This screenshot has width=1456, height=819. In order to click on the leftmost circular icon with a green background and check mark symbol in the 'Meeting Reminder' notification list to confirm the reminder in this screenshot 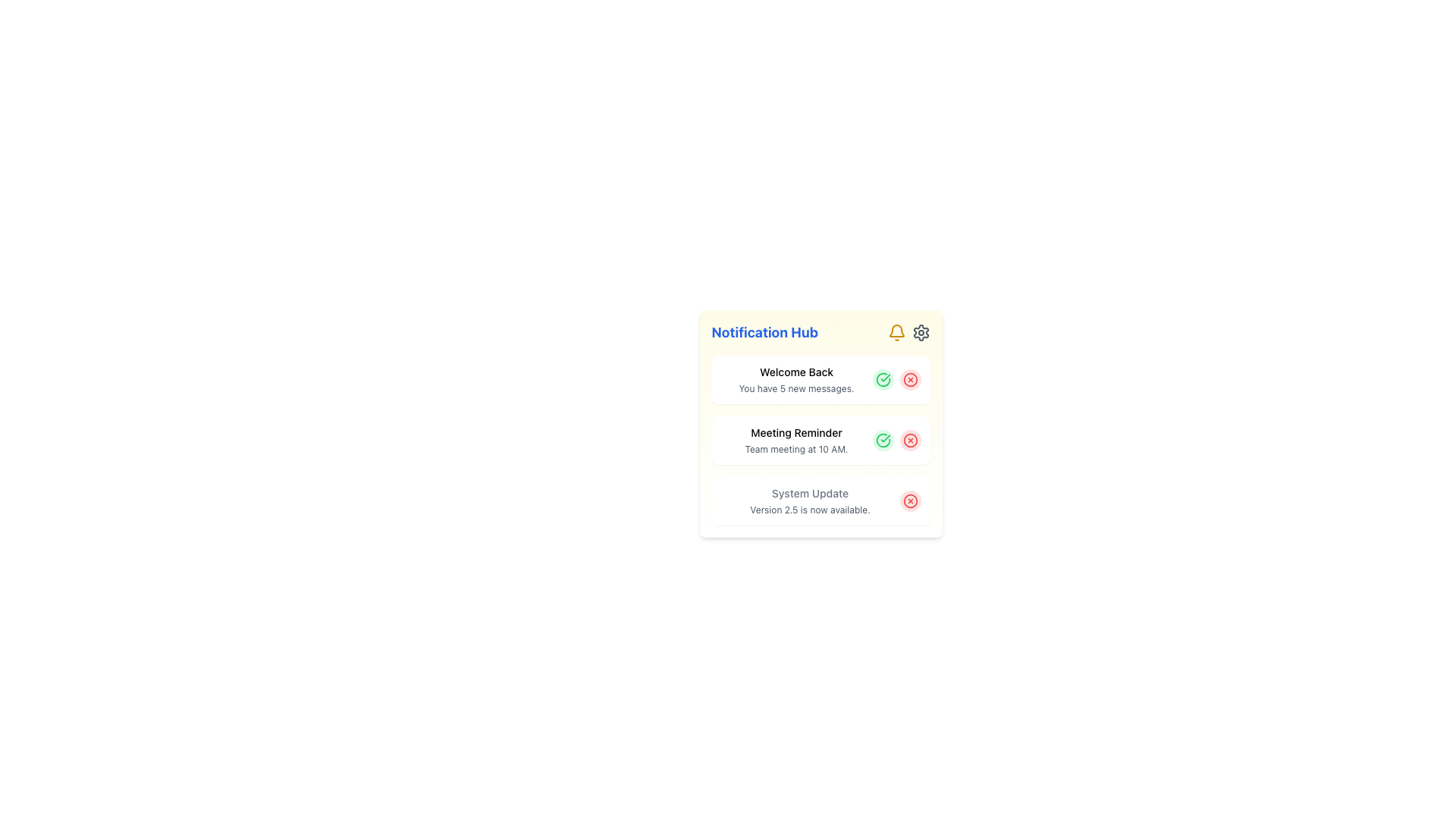, I will do `click(883, 441)`.